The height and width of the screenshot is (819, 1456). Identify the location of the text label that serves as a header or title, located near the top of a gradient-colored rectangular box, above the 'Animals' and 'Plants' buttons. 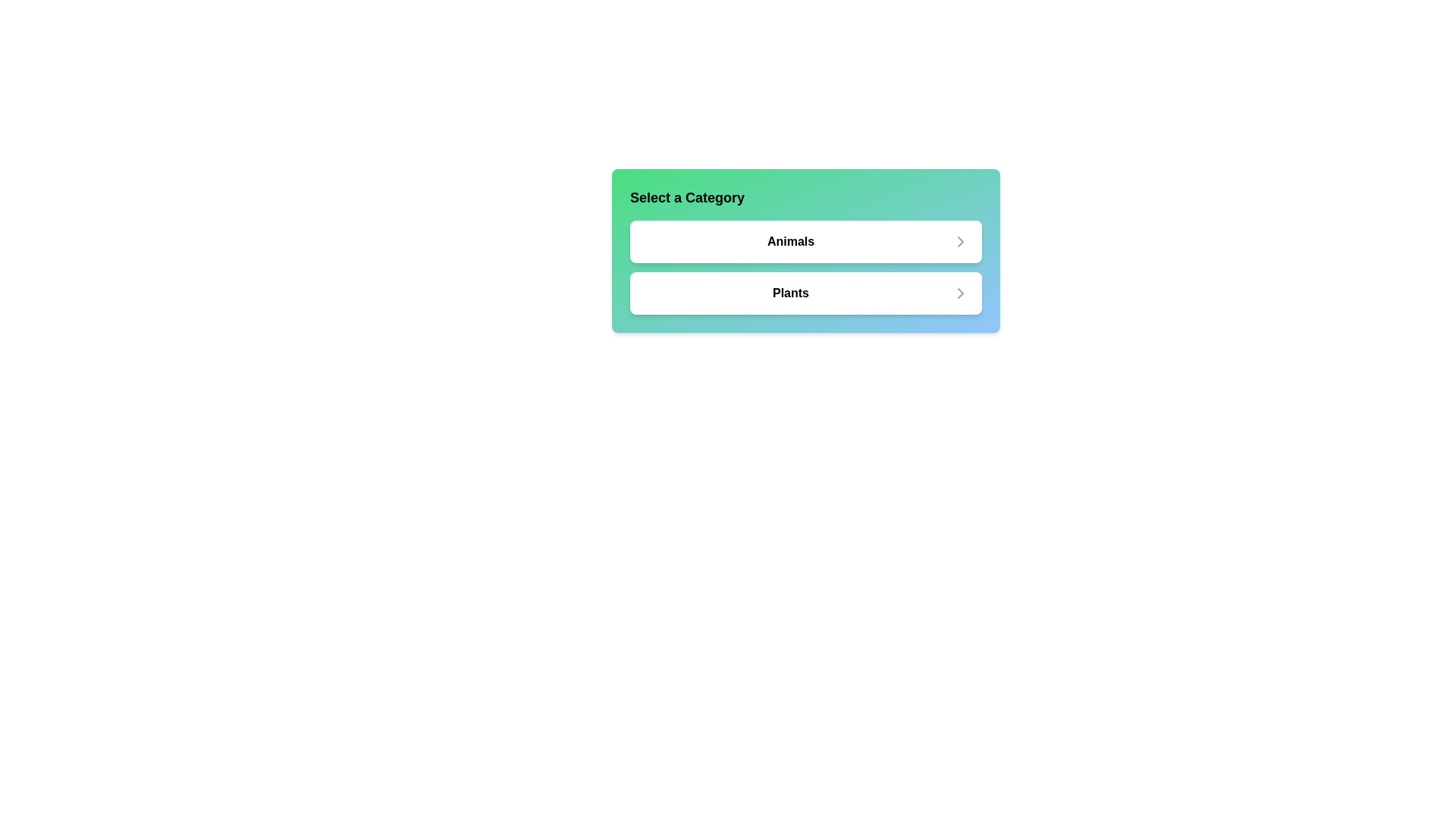
(686, 197).